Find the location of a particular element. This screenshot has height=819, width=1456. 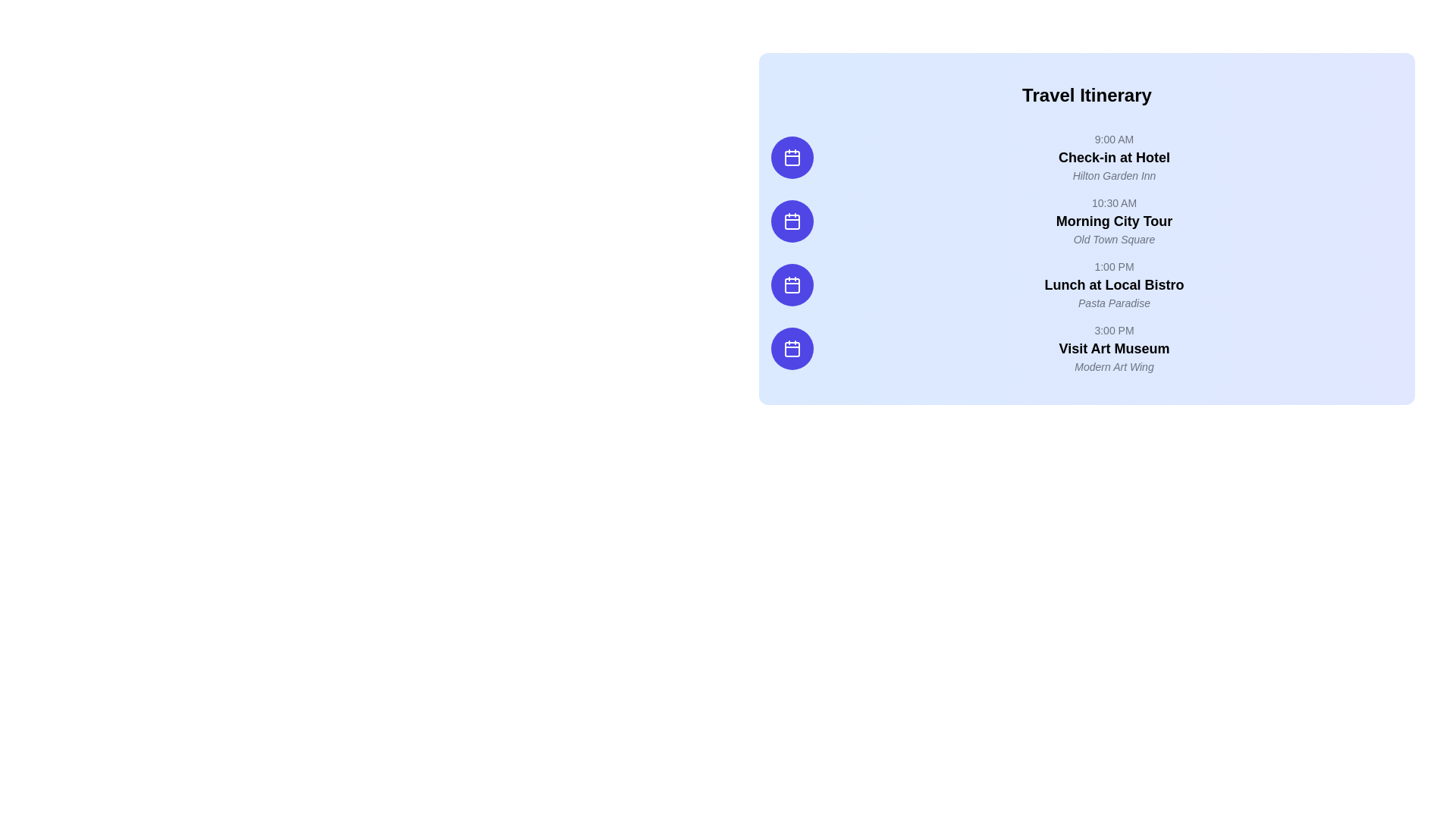

the text label that displays 'Hilton Garden Inn', styled in a smaller, italicized gray font, located under the 'Check-in at Hotel' text is located at coordinates (1114, 174).